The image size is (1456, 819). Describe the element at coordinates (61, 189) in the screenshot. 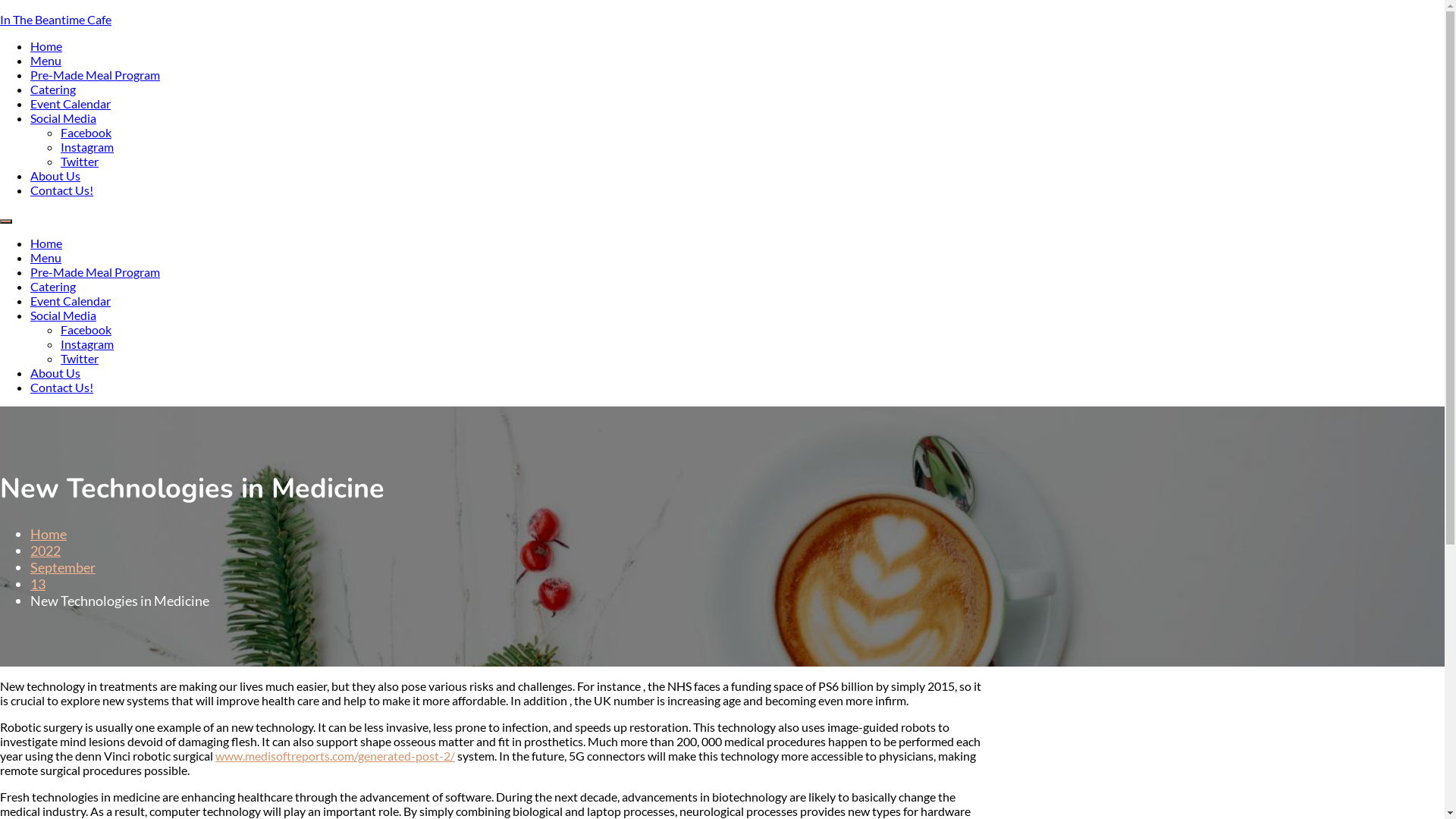

I see `'Contact Us!'` at that location.